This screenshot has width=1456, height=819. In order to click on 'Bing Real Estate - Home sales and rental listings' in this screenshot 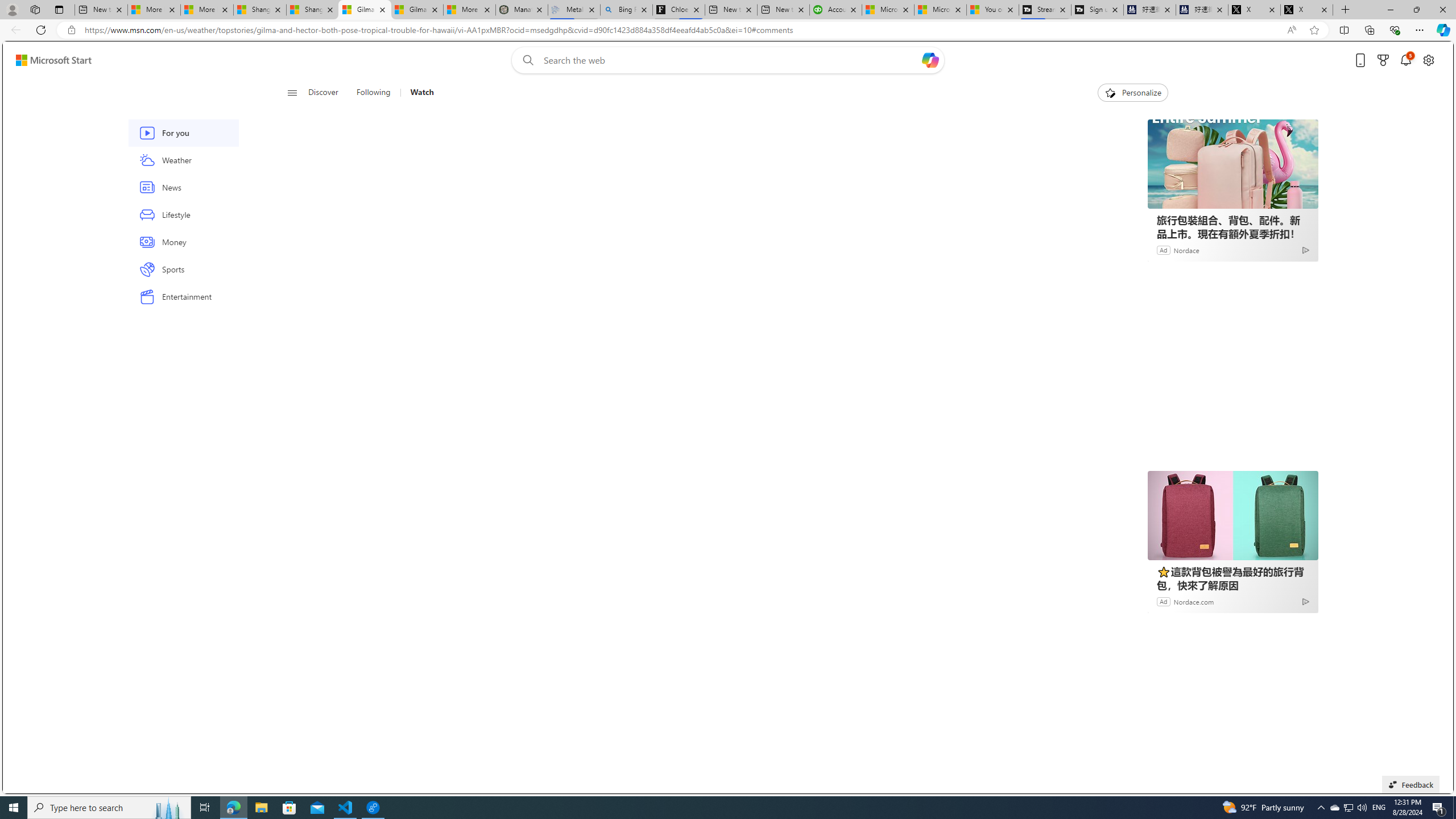, I will do `click(626, 9)`.